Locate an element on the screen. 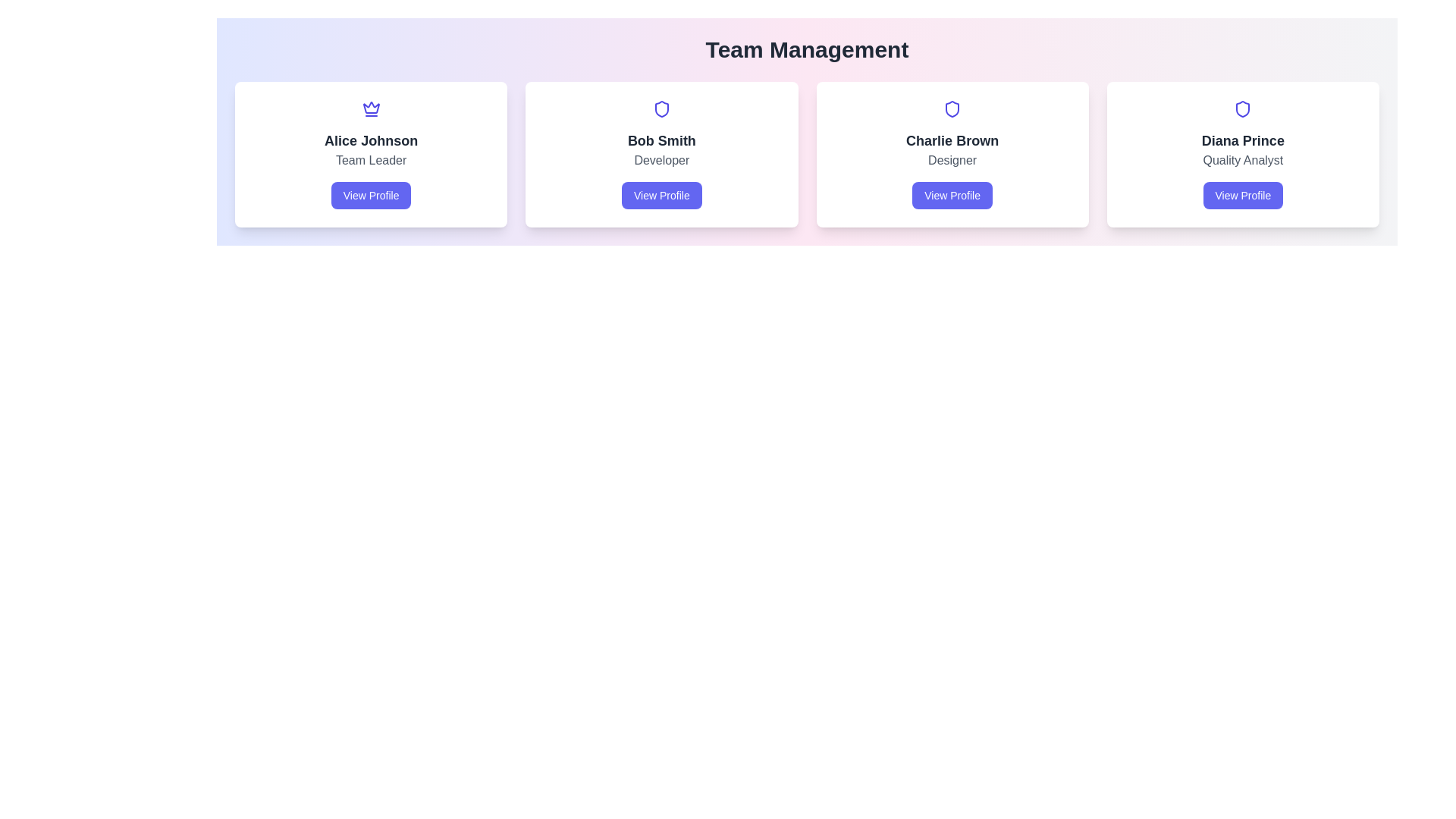 This screenshot has width=1456, height=819. the button that links to the detailed profile of 'Charlie Brown', located at the bottom of the card associated with 'Charlie Brown' and 'Designer' is located at coordinates (952, 195).